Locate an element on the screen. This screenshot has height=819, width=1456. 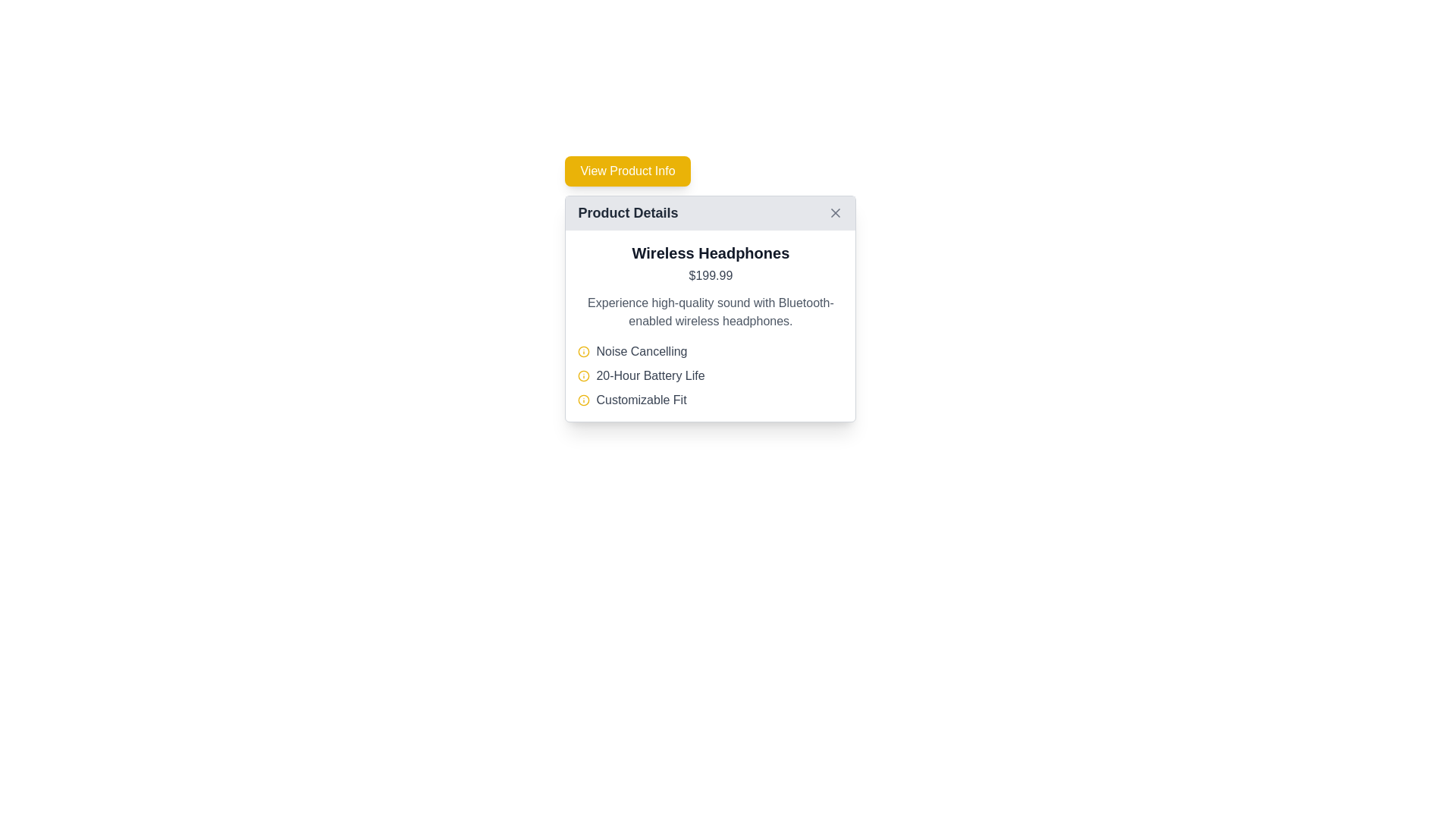
the third item in the vertically arranged list within the 'Product Details' modal that provides descriptive information about the product's customizable fit feature, located below '20-Hour Battery Life' is located at coordinates (710, 400).